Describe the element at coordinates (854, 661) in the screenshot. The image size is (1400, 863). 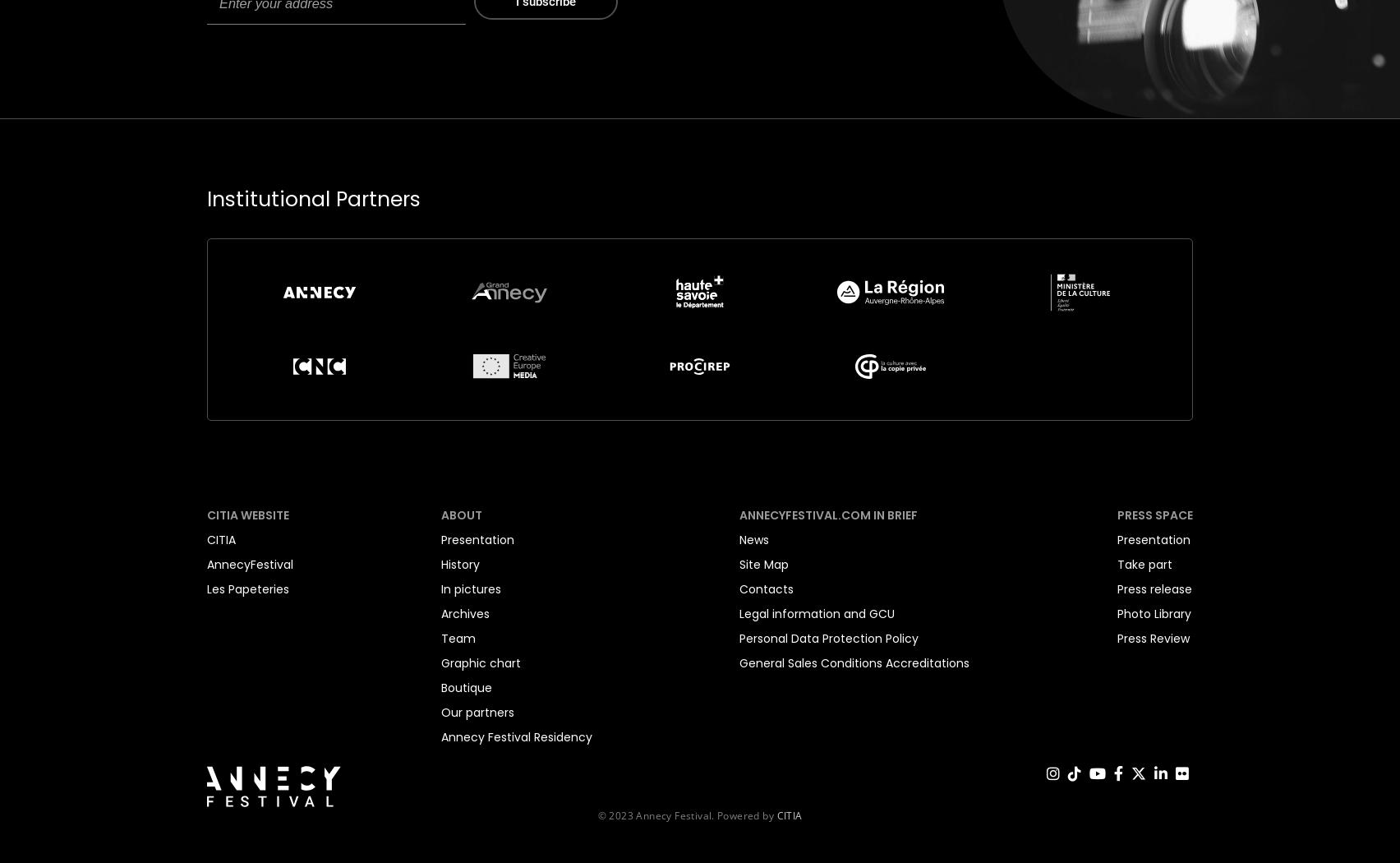
I see `'General Sales Conditions Accreditations'` at that location.